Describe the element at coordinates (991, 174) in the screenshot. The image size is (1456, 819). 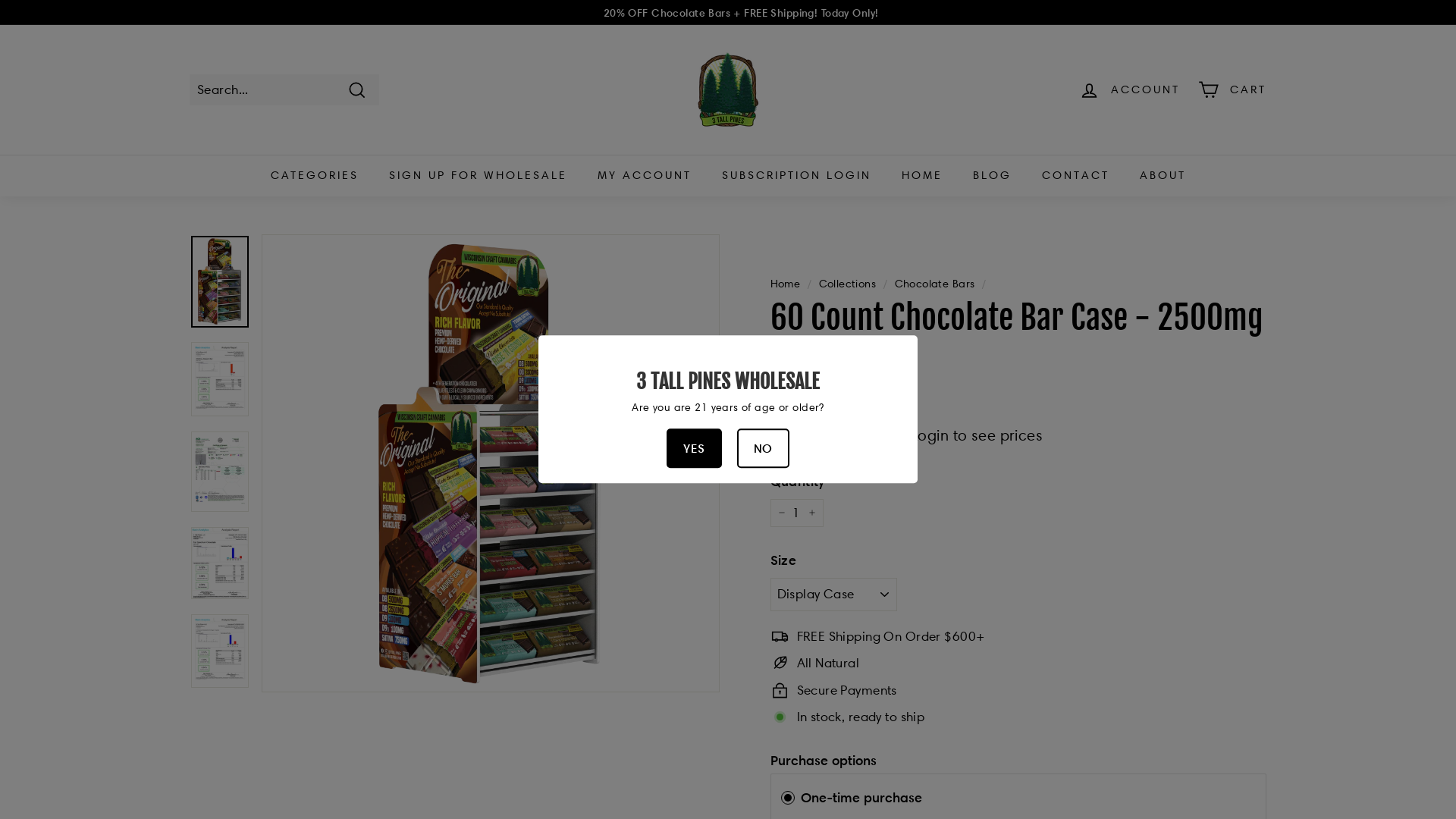
I see `'BLOG'` at that location.